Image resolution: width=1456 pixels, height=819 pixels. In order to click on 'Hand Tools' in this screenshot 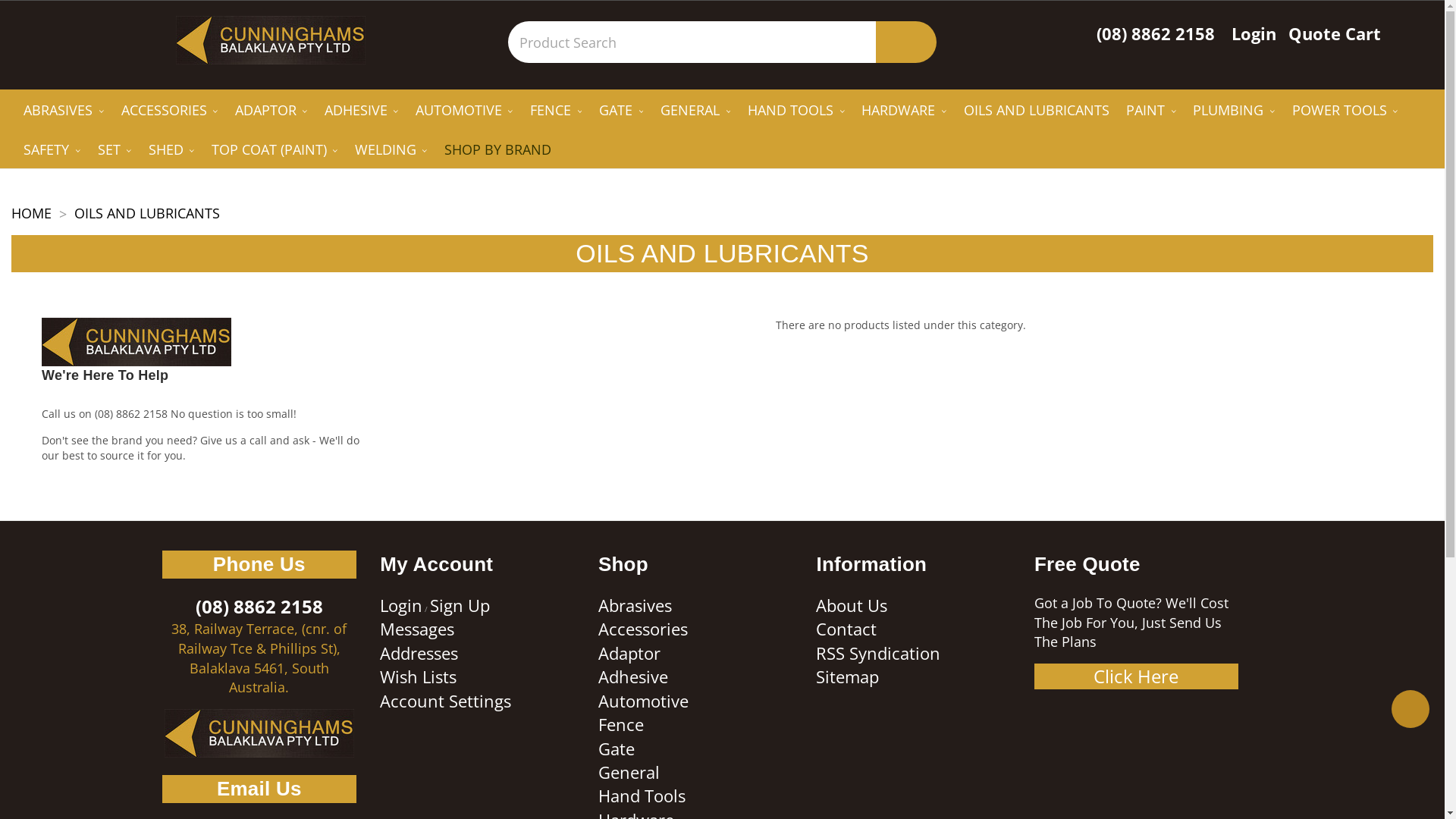, I will do `click(642, 795)`.